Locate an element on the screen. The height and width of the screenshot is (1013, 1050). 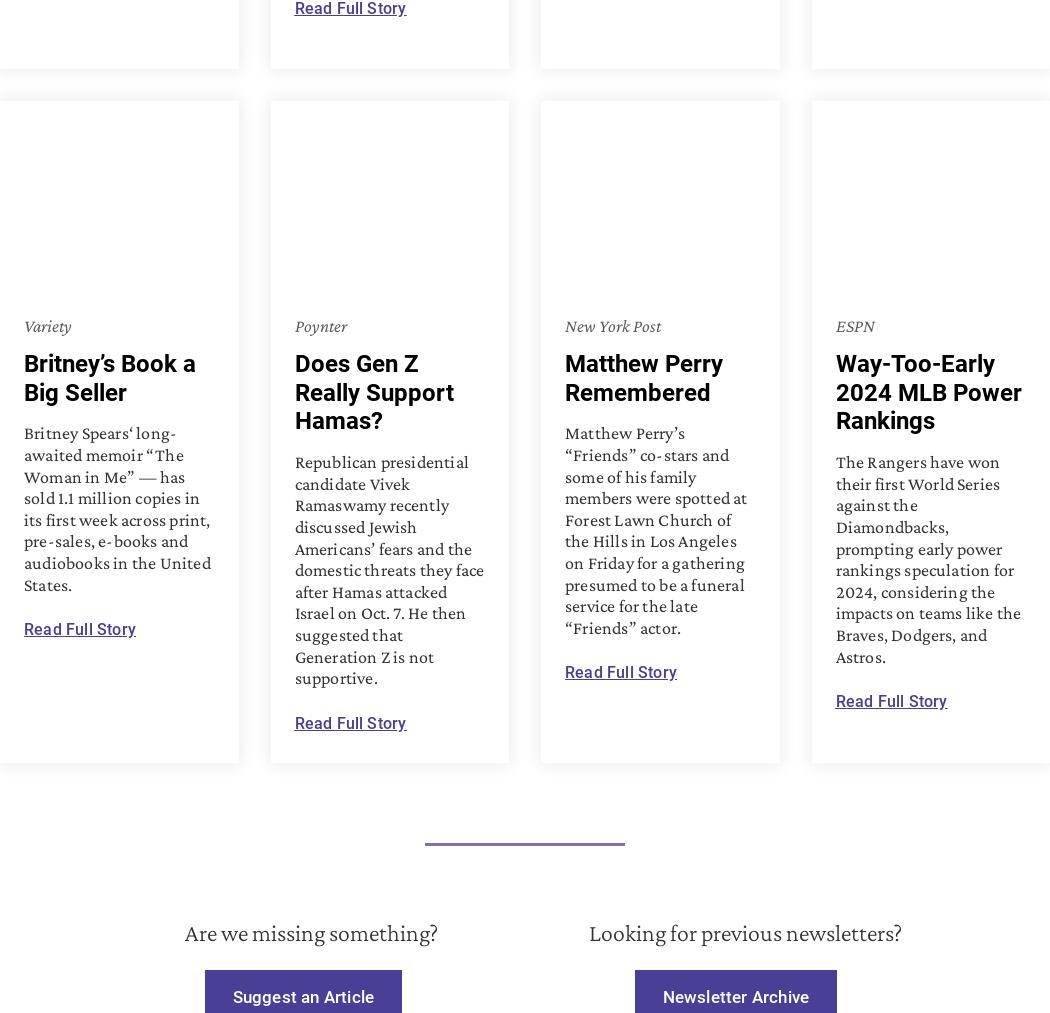
'Britney Spears‘ long-awaited memoir “The Woman in Me” — has sold 1.1 million copies in its first week across print, pre-sales, e-books and audiobooks in the United States.' is located at coordinates (115, 508).